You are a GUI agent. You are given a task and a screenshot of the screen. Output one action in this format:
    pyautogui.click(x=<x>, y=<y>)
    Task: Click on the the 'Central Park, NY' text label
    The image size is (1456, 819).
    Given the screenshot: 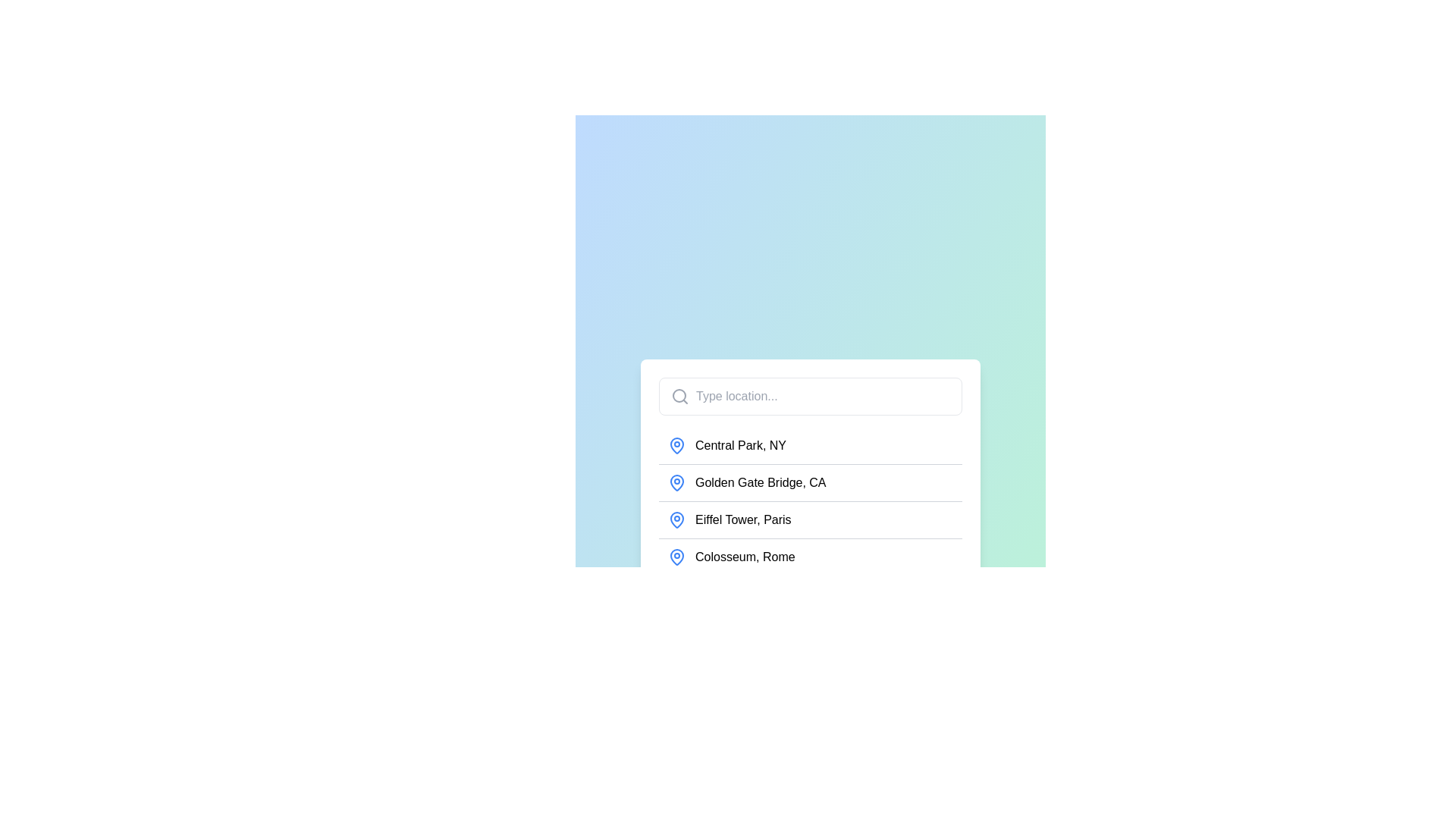 What is the action you would take?
    pyautogui.click(x=741, y=444)
    